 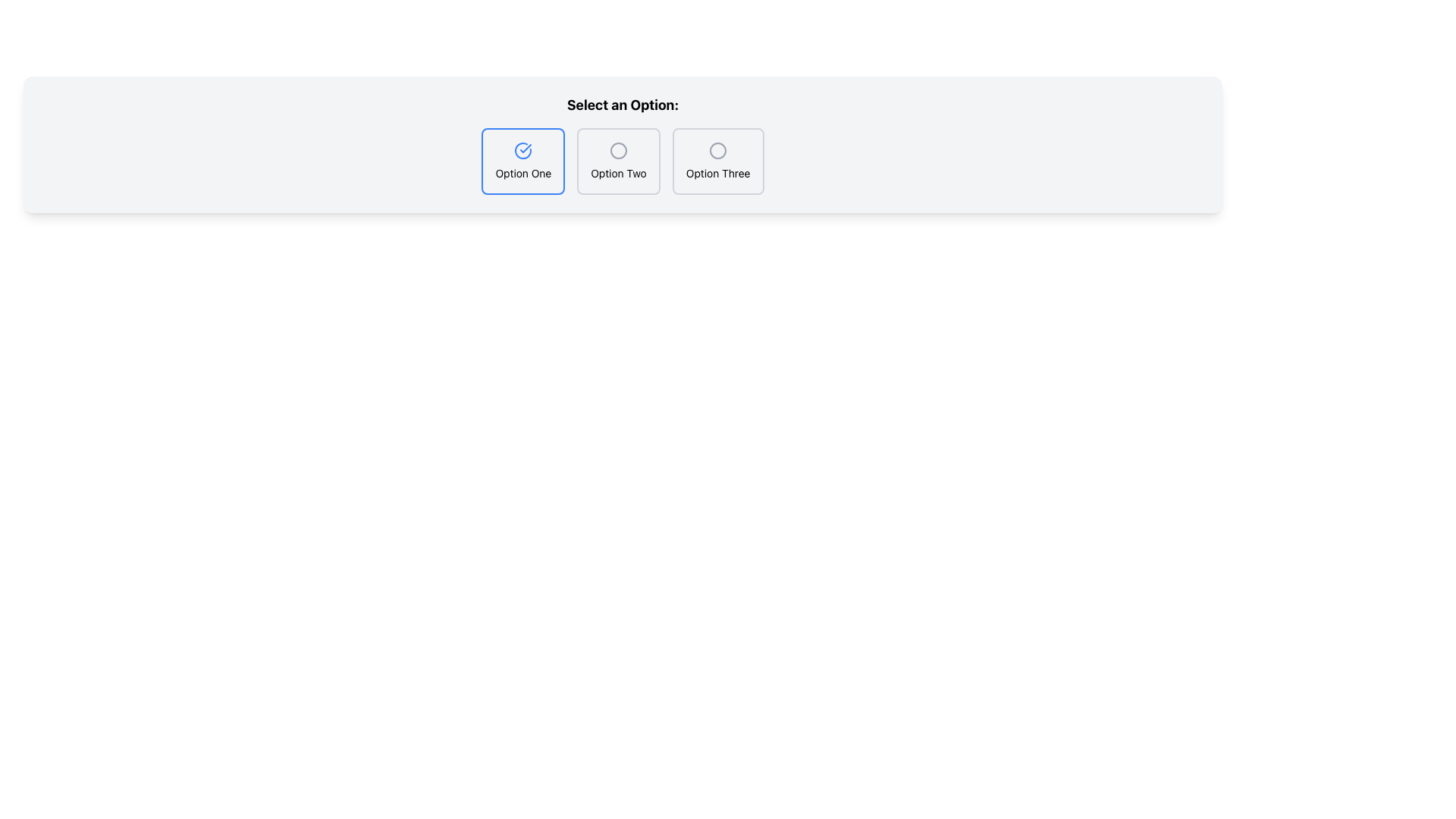 What do you see at coordinates (526, 149) in the screenshot?
I see `the selection indicator of the first radio button option labeled 'Option One', which visually indicates a selection with a checkmark inside a circle` at bounding box center [526, 149].